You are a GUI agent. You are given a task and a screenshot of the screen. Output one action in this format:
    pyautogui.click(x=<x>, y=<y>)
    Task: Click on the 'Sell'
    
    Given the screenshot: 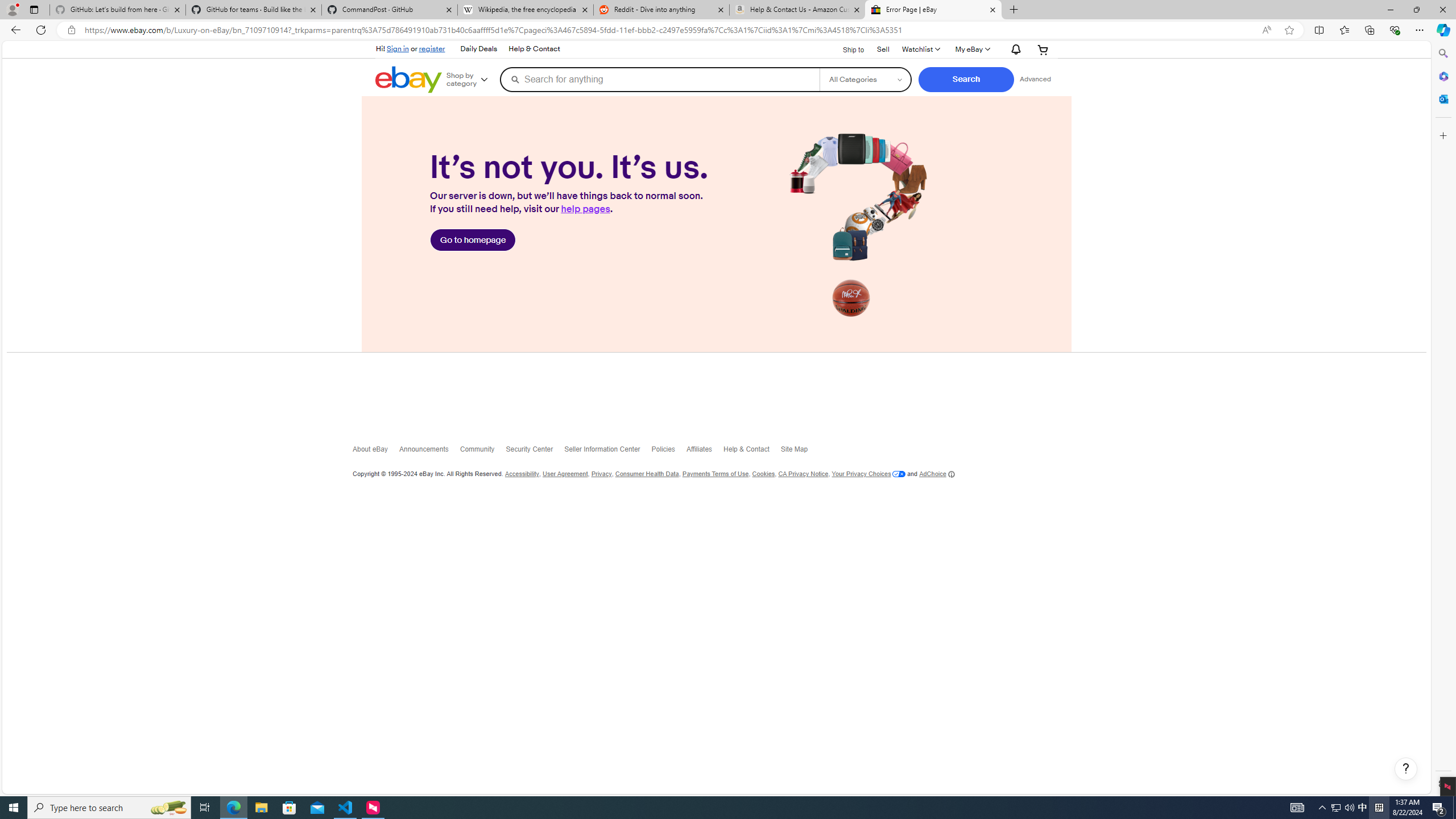 What is the action you would take?
    pyautogui.click(x=883, y=48)
    